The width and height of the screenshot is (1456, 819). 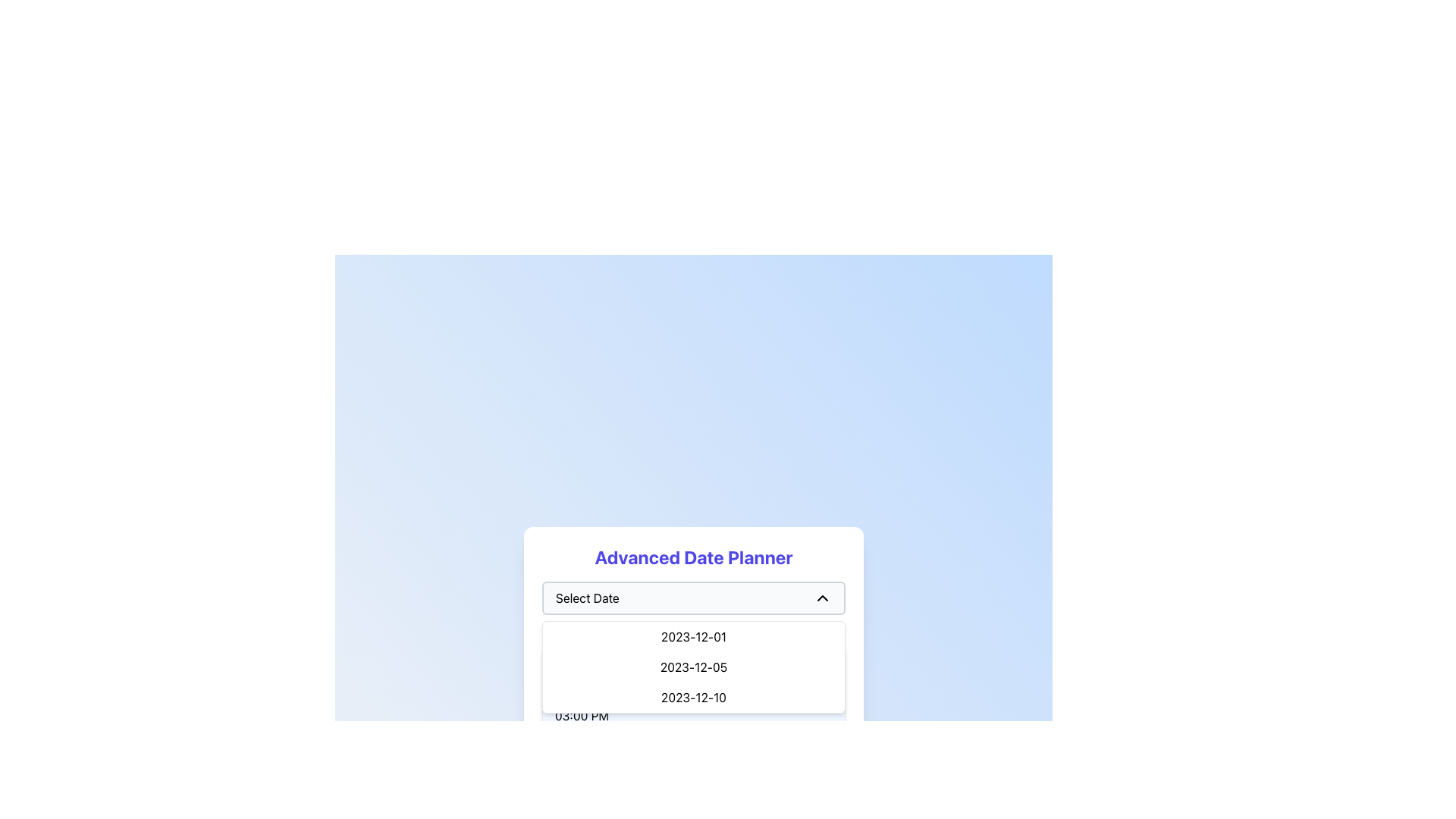 I want to click on the dropdown menu located below the title 'Advanced Date Planner', so click(x=693, y=598).